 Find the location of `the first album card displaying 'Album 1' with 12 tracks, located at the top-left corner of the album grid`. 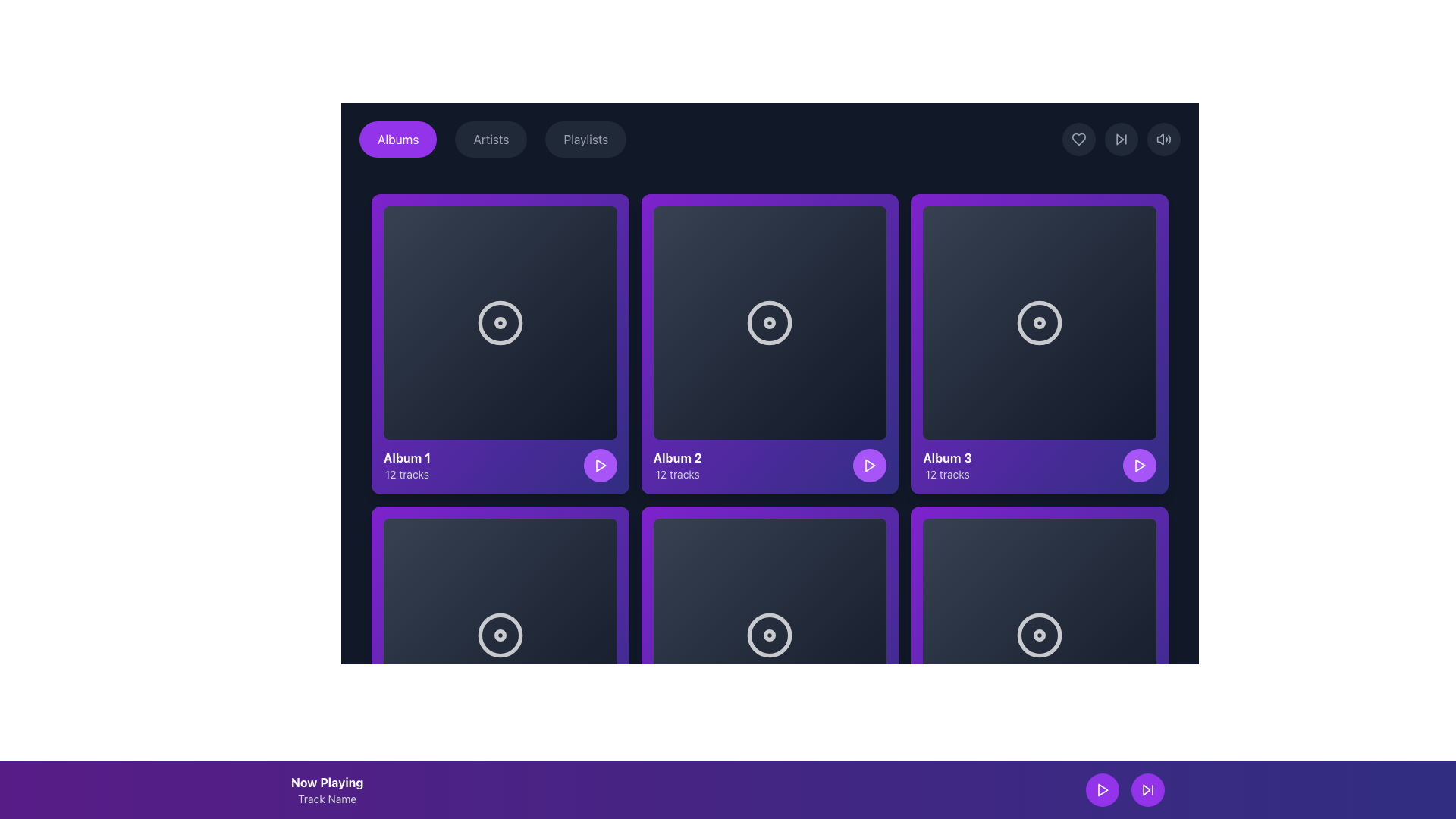

the first album card displaying 'Album 1' with 12 tracks, located at the top-left corner of the album grid is located at coordinates (500, 344).